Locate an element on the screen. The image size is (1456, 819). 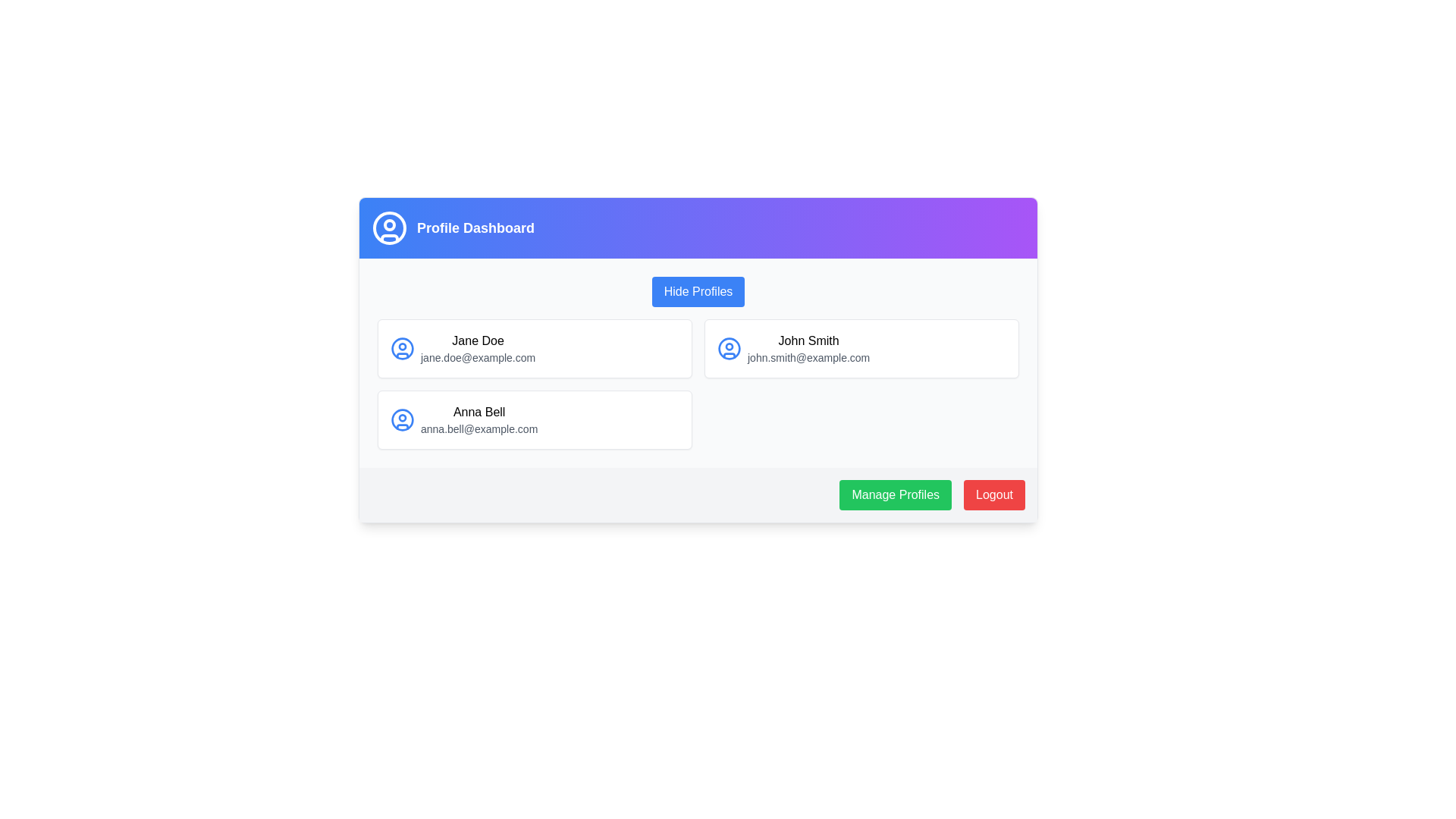
the graphical icon representing the user profile for 'John Smith', which is located to the left of the text containing the user's name and email is located at coordinates (729, 348).